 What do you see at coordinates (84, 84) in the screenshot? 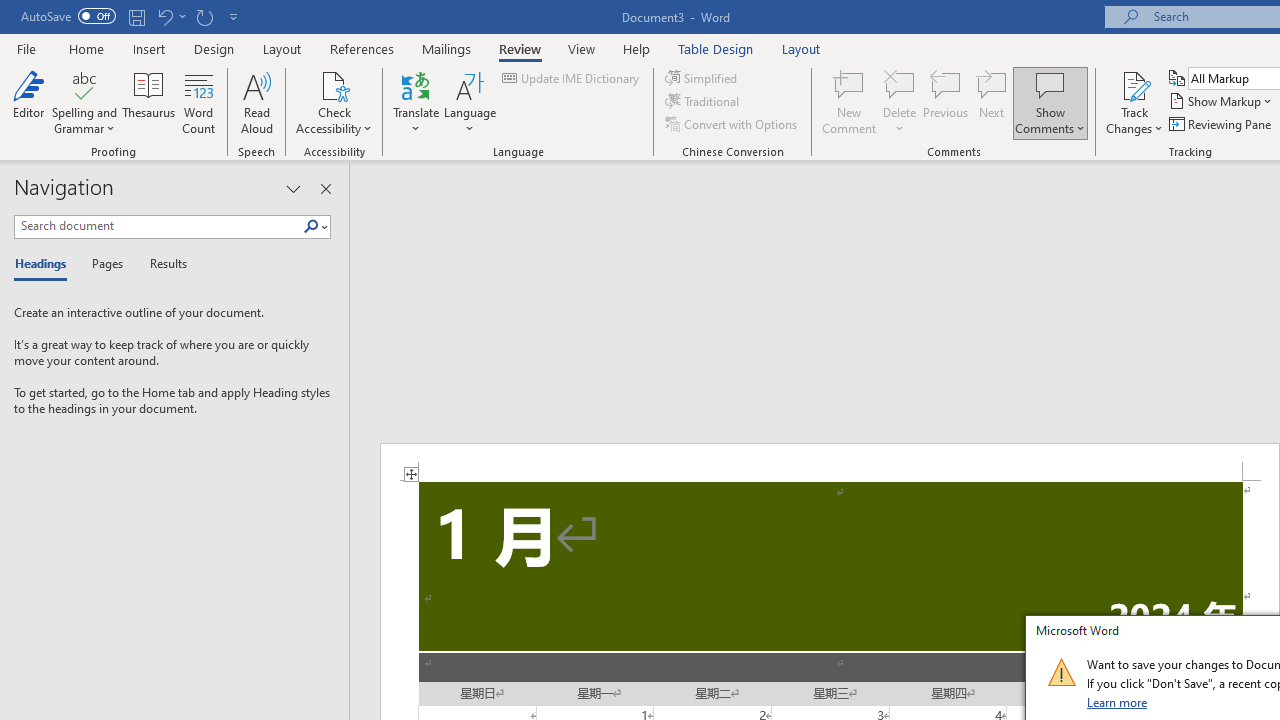
I see `'Spelling and Grammar'` at bounding box center [84, 84].